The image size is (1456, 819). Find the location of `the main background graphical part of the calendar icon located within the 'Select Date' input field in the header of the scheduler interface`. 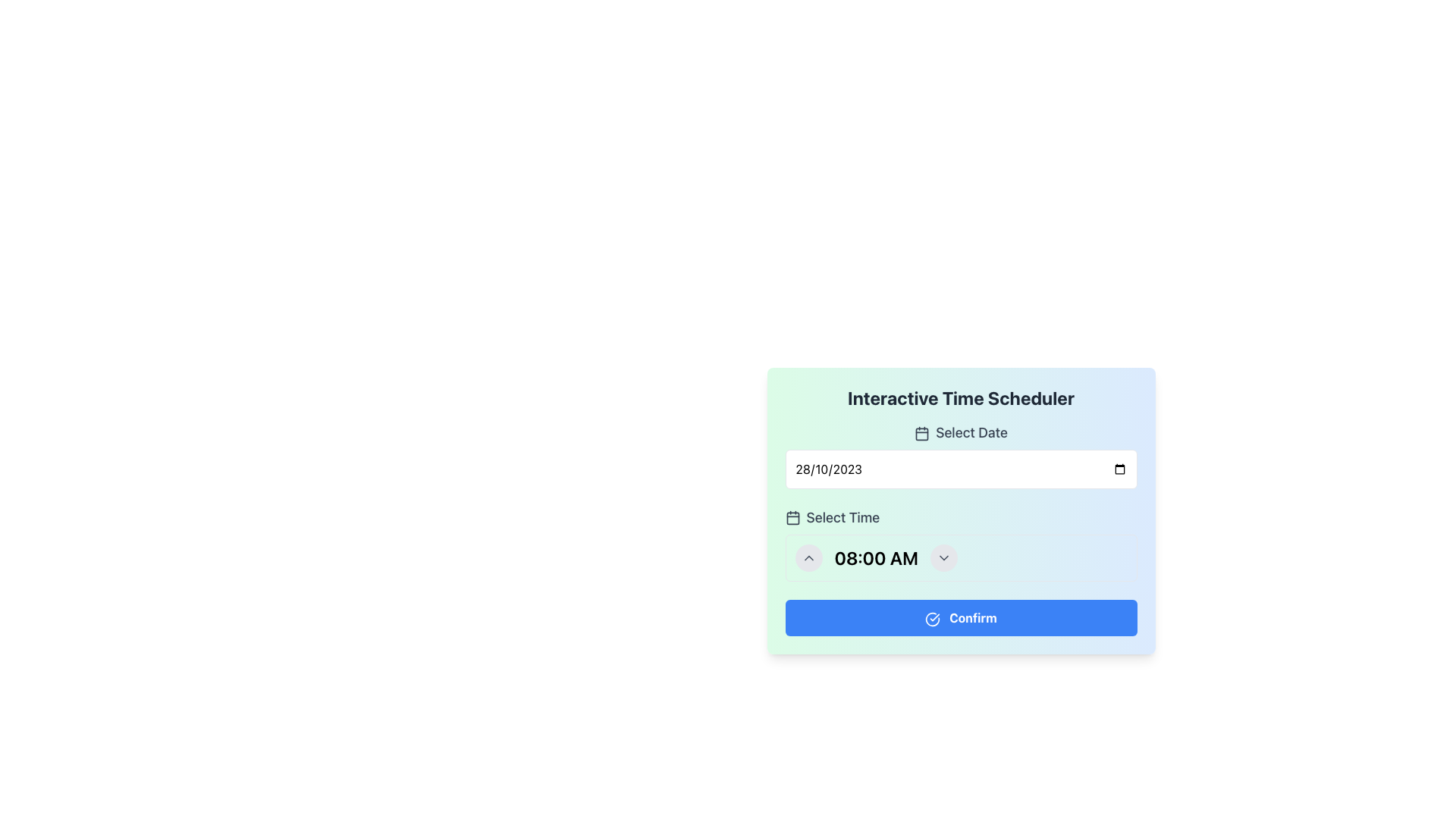

the main background graphical part of the calendar icon located within the 'Select Date' input field in the header of the scheduler interface is located at coordinates (792, 517).